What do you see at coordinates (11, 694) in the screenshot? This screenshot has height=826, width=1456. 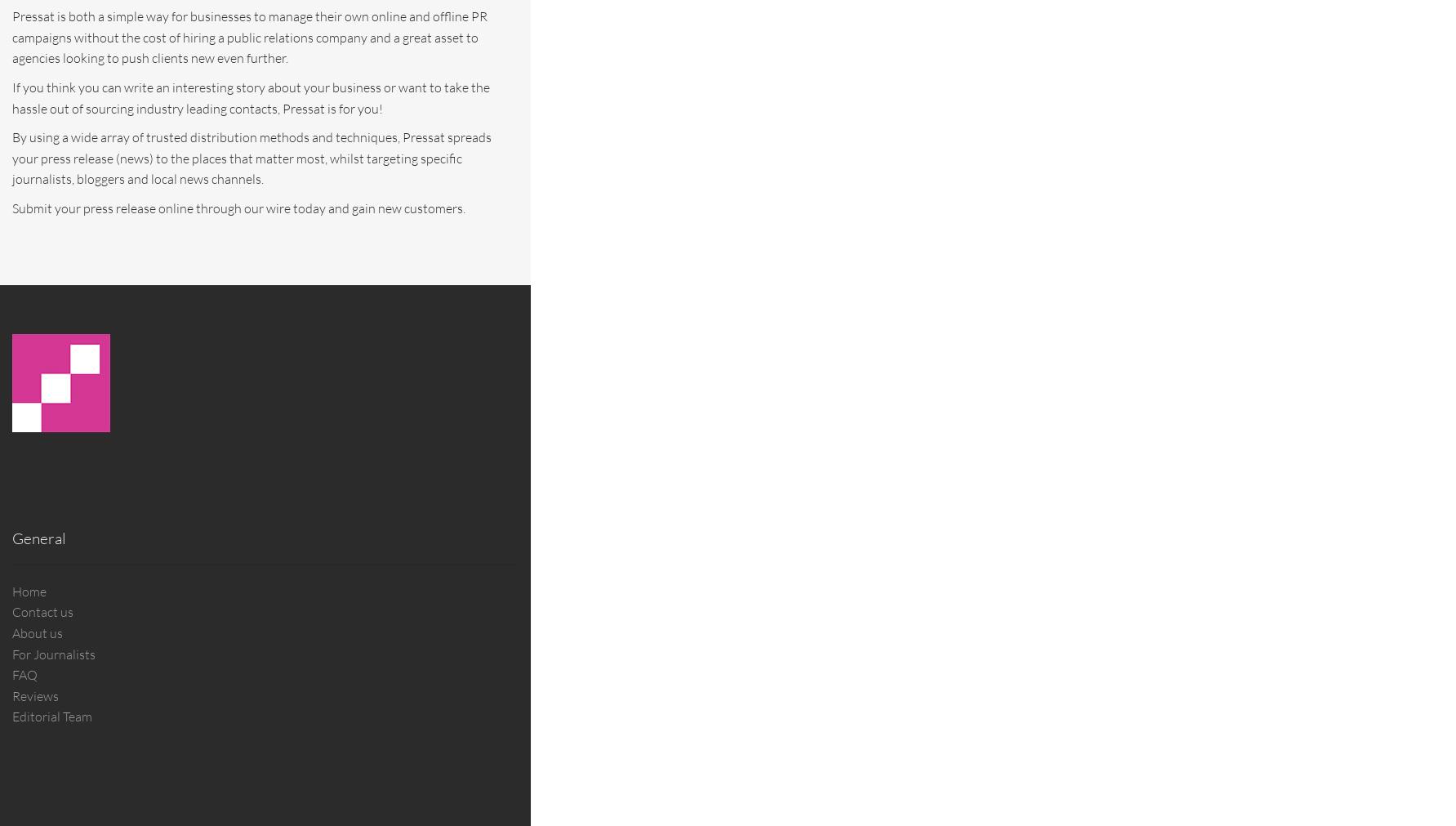 I see `'Reviews'` at bounding box center [11, 694].